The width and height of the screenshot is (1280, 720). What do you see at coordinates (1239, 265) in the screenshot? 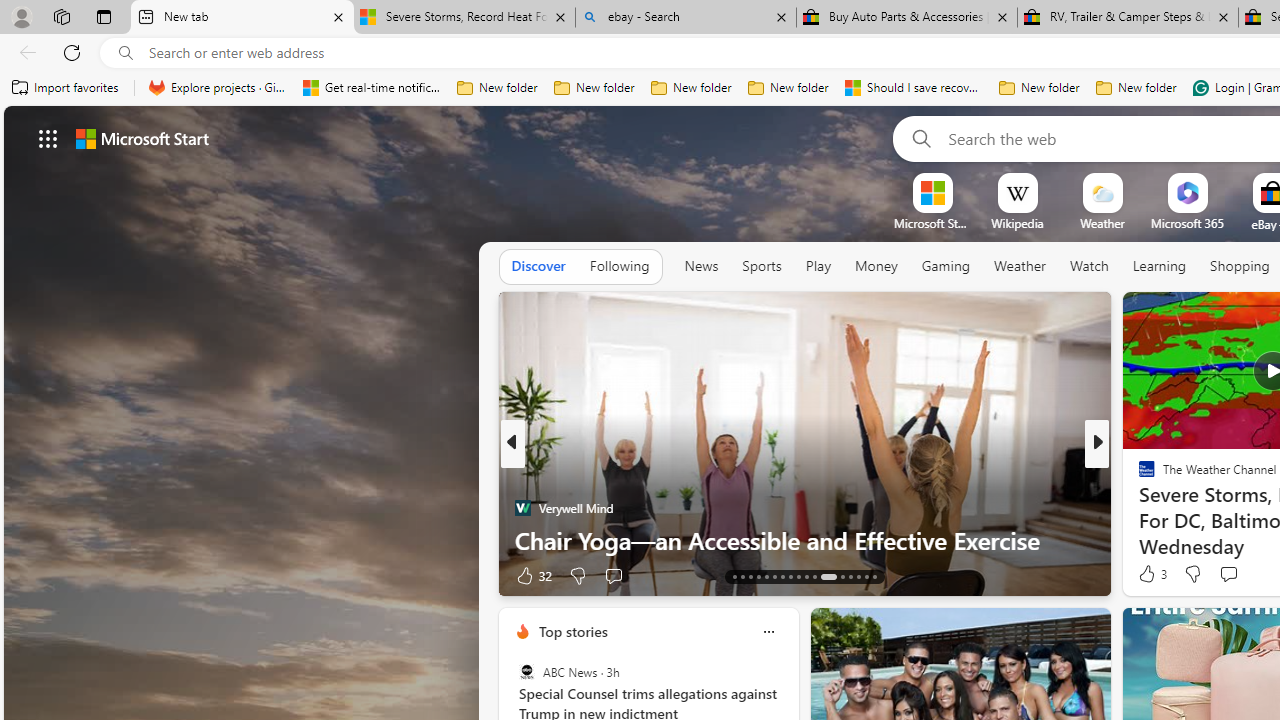
I see `'Shopping'` at bounding box center [1239, 265].